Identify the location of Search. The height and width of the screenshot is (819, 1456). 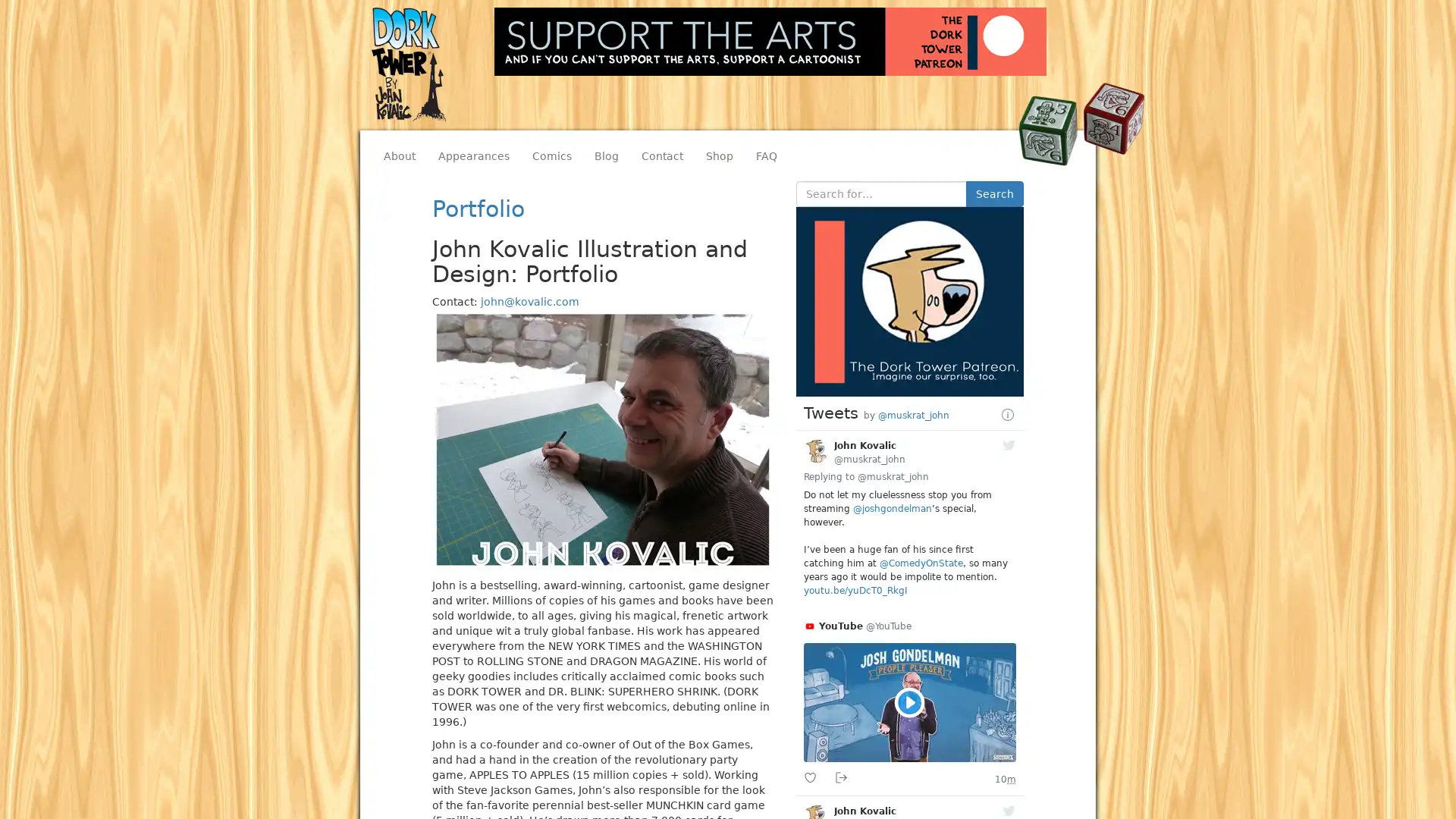
(994, 193).